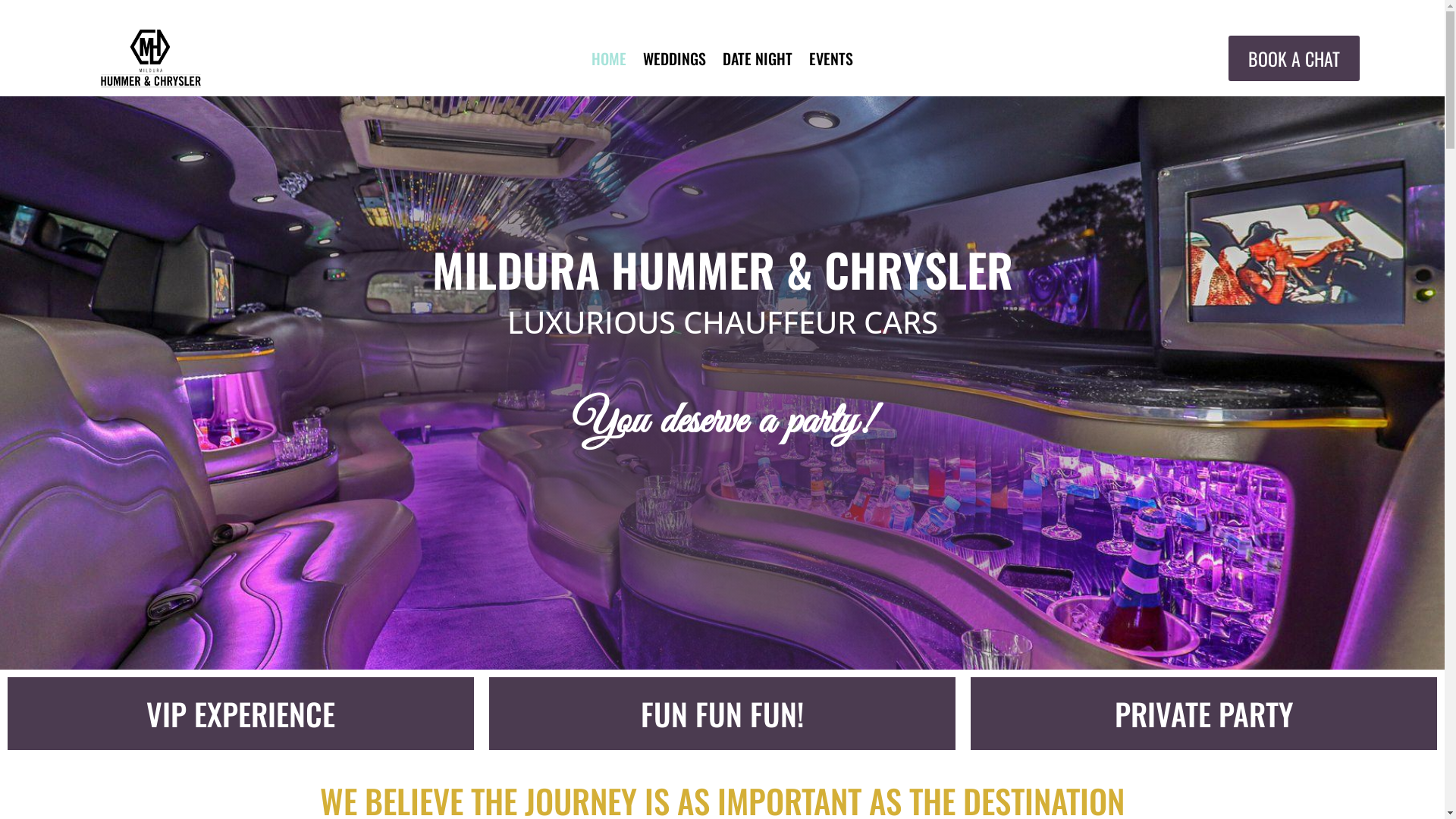 Image resolution: width=1456 pixels, height=819 pixels. Describe the element at coordinates (673, 61) in the screenshot. I see `'WEDDINGS'` at that location.